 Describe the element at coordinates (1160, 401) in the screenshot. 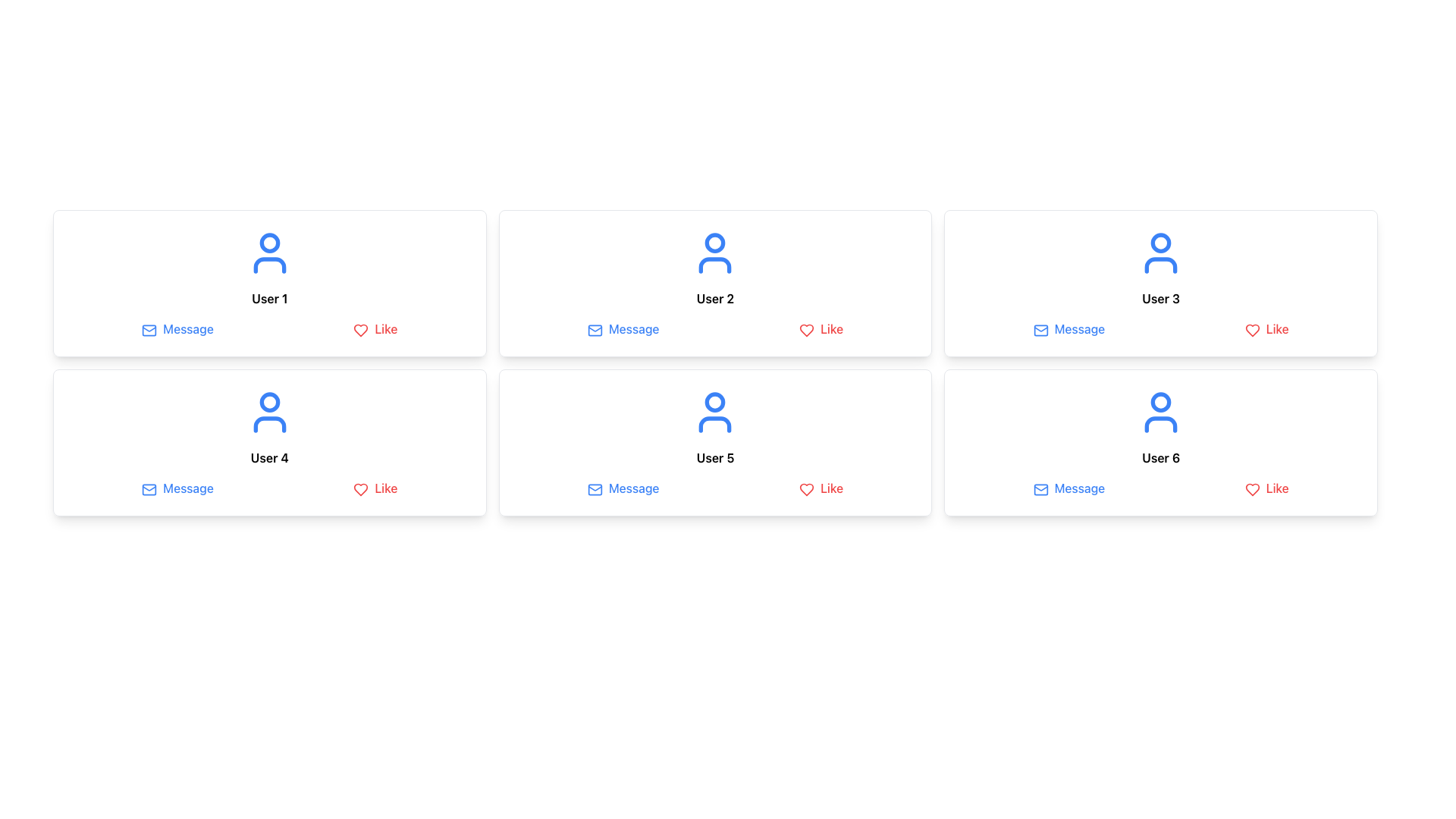

I see `the circular SVG element representing the user's head in the user icon, located above the username 'User 6' and between the 'Message' and 'Like' buttons` at that location.